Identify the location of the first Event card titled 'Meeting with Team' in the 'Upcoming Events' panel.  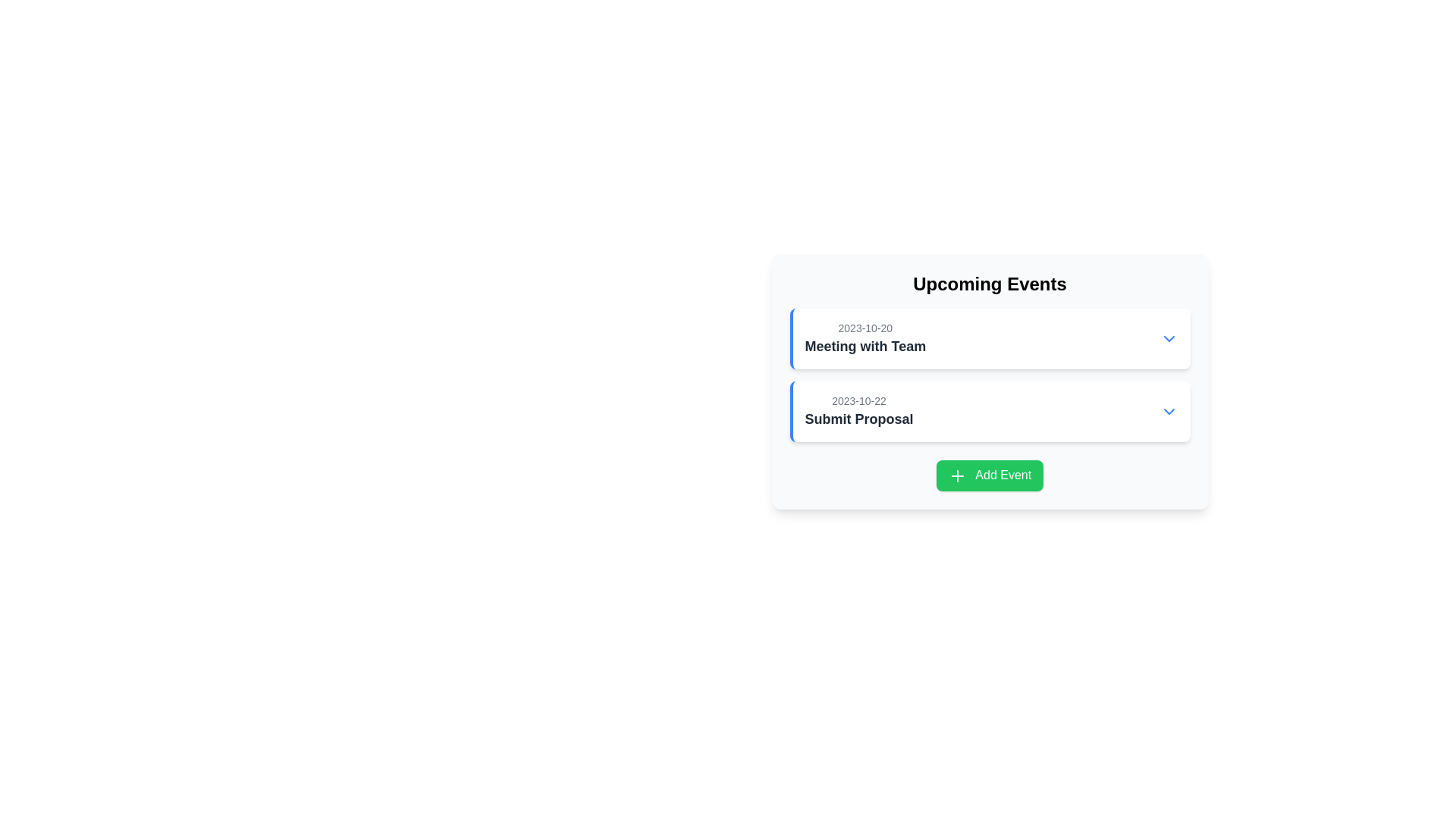
(990, 338).